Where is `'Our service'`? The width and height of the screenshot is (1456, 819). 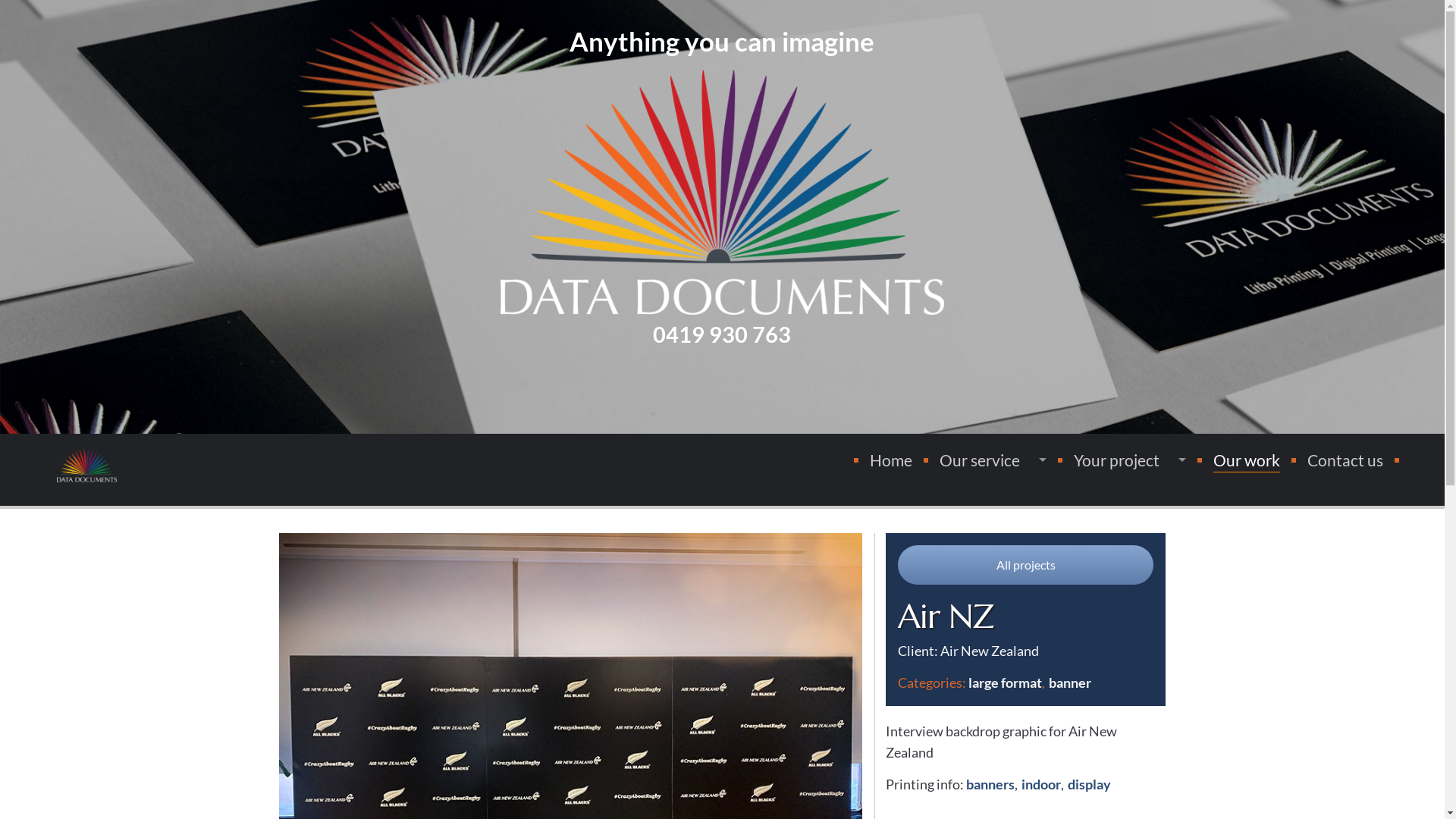 'Our service' is located at coordinates (993, 459).